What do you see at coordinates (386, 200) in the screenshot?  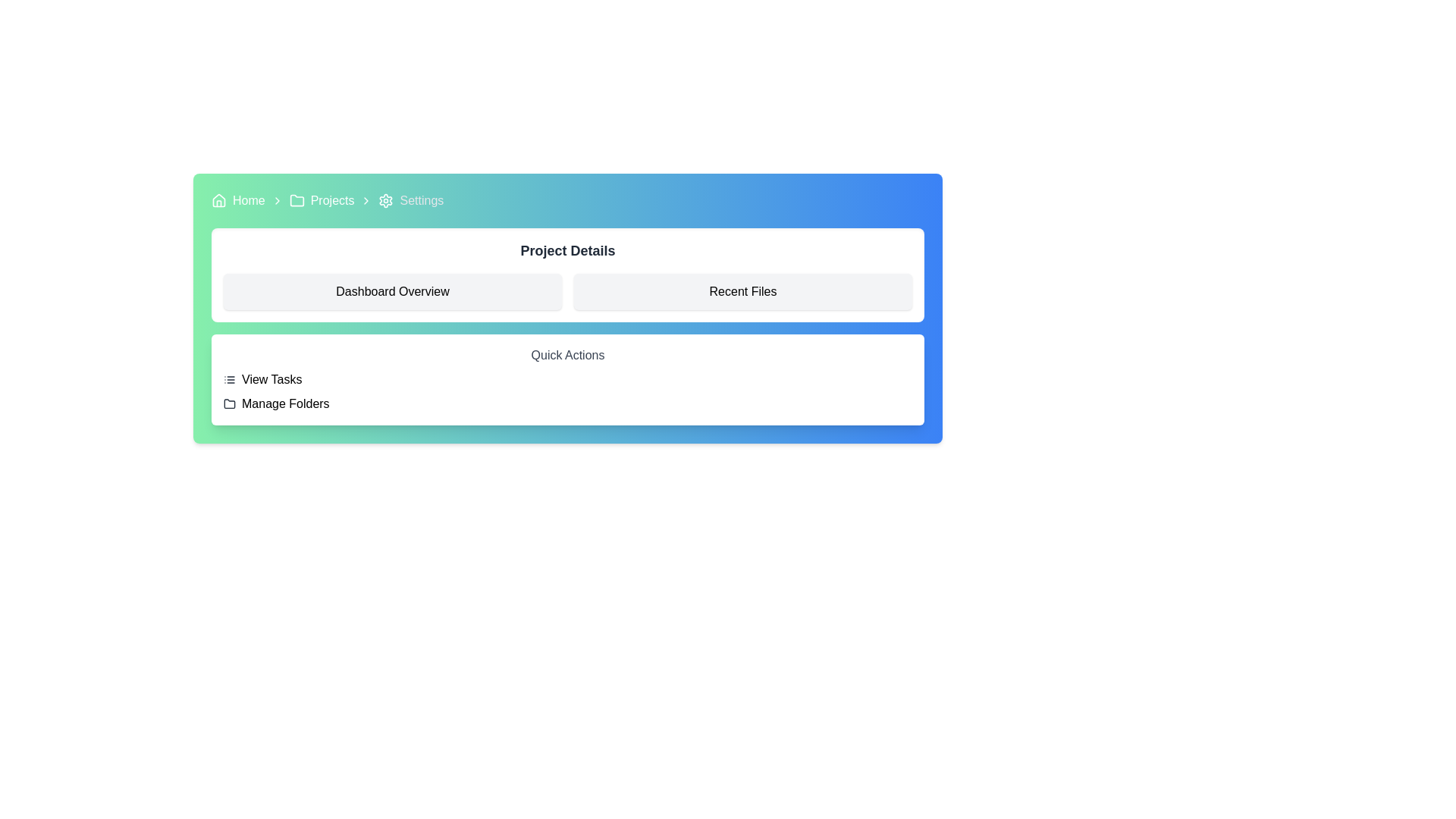 I see `the gear-shaped icon with a white outline in the breadcrumb navigation bar, which is the eleventh item, indicating settings or configuration options` at bounding box center [386, 200].